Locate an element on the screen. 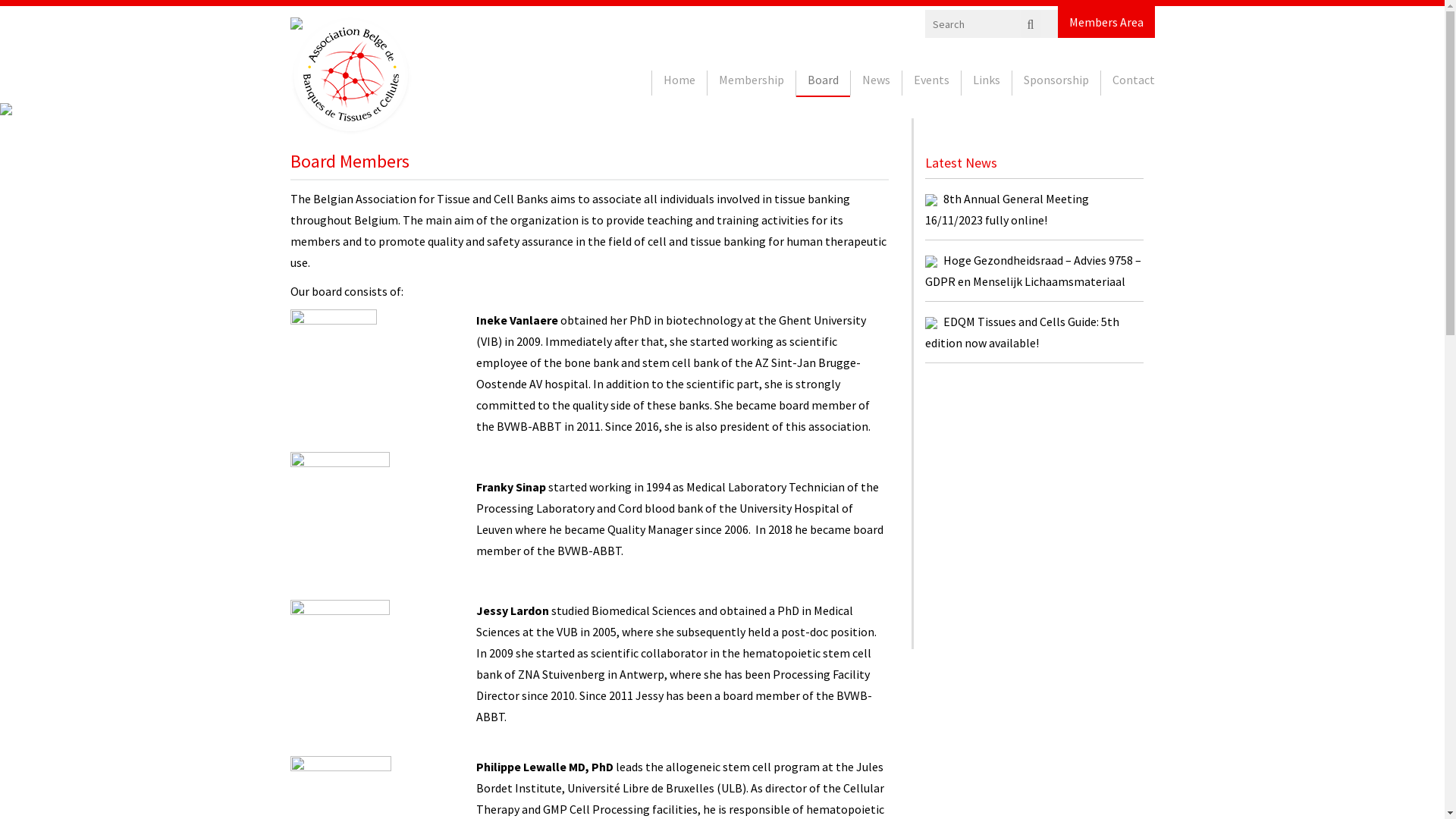  'Members Area' is located at coordinates (1106, 22).